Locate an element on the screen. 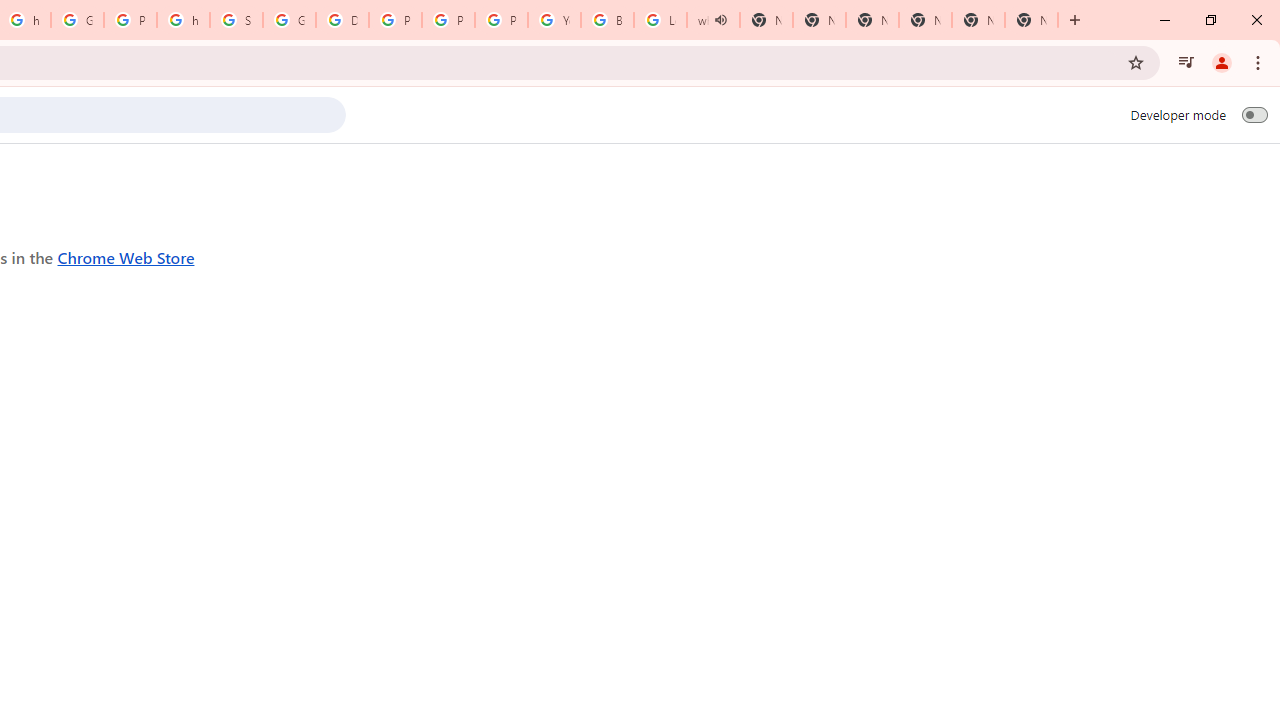 The image size is (1280, 720). 'https://scholar.google.com/' is located at coordinates (183, 20).